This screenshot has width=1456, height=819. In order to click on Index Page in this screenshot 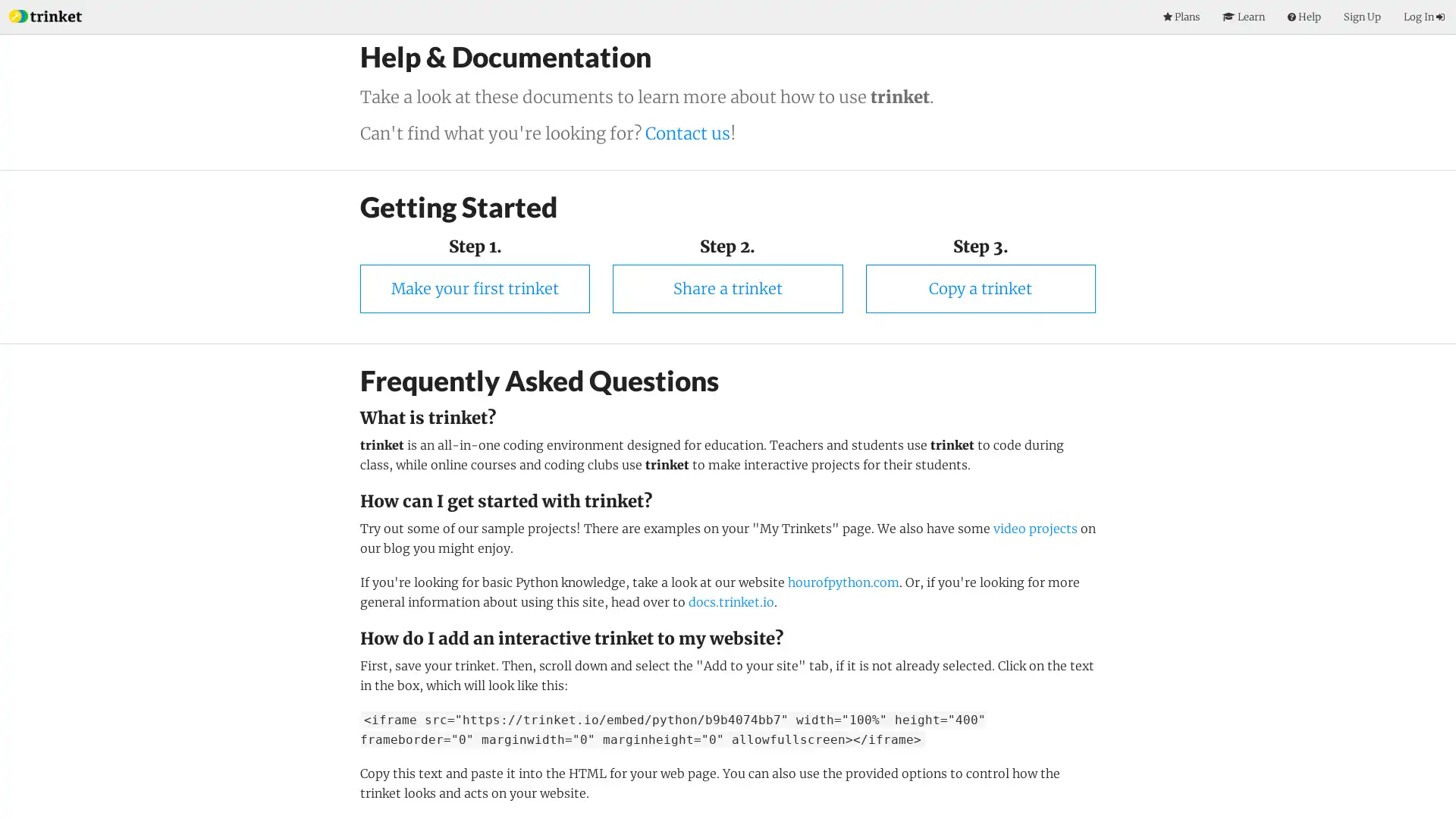, I will do `click(45, 14)`.